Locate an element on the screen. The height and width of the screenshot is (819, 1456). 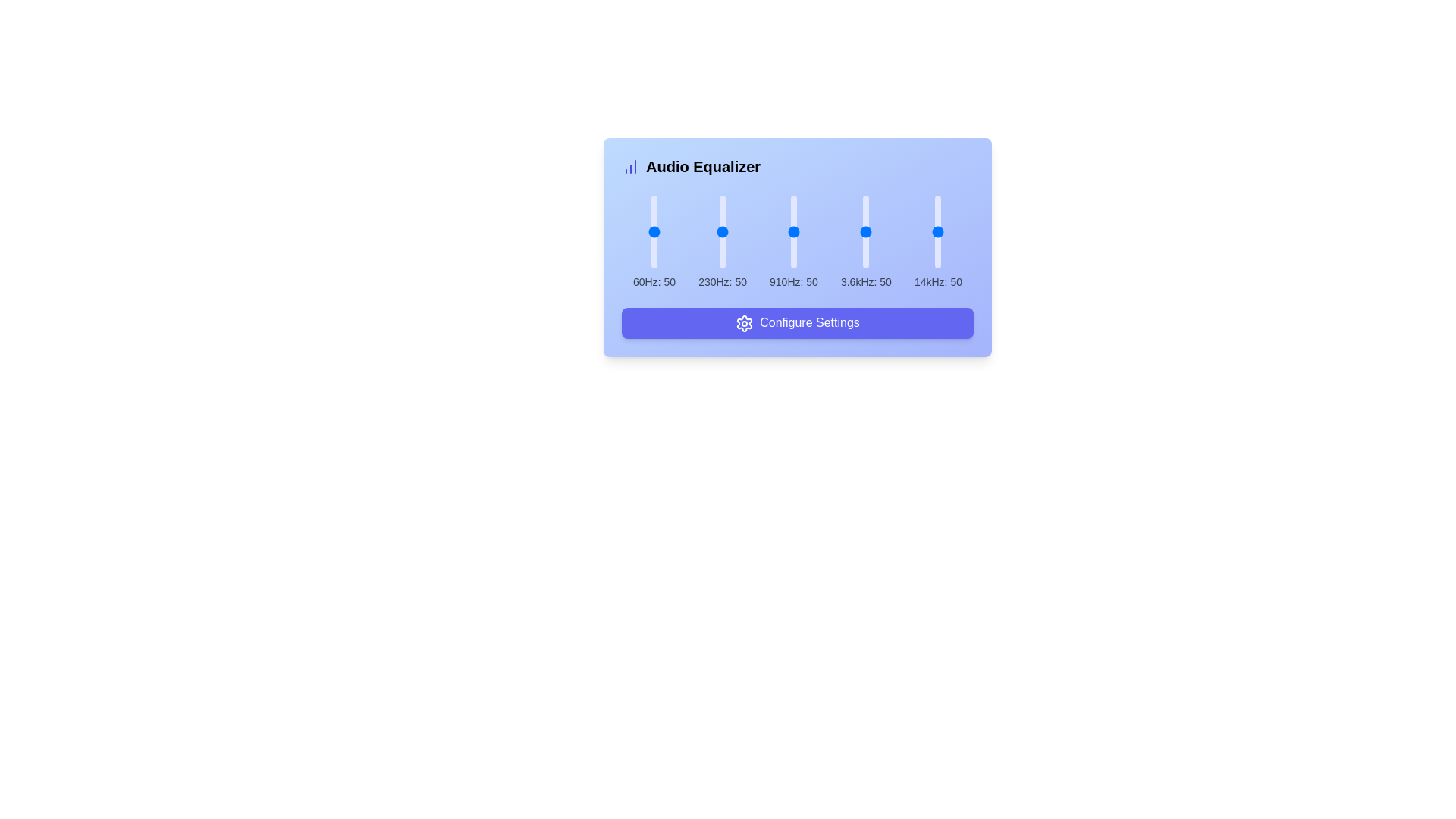
the 910Hz slider is located at coordinates (792, 240).